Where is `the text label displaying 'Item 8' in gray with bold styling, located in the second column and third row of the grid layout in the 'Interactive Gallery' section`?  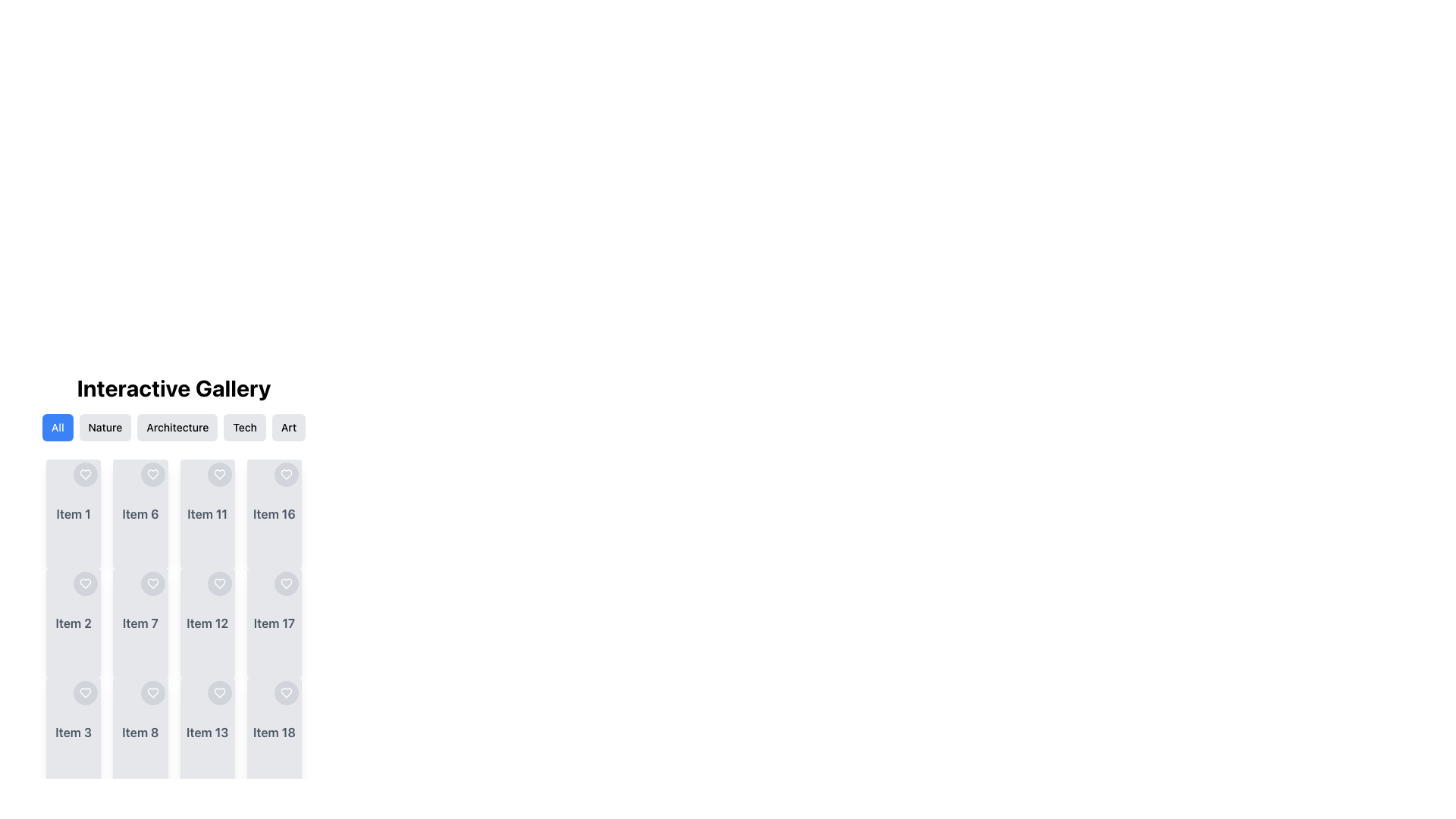 the text label displaying 'Item 8' in gray with bold styling, located in the second column and third row of the grid layout in the 'Interactive Gallery' section is located at coordinates (140, 731).